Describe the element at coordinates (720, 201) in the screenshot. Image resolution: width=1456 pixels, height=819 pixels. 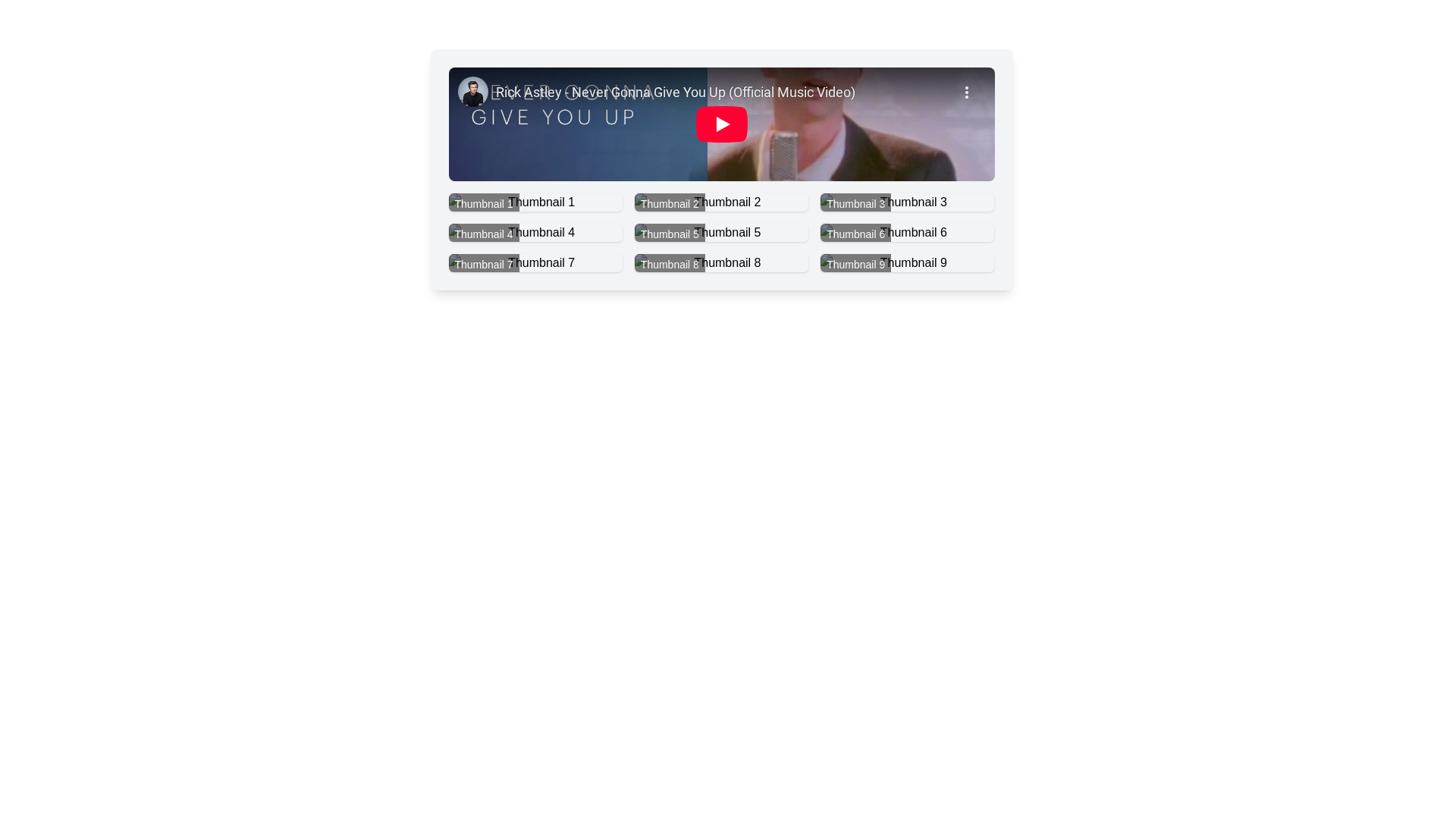
I see `the rectangular thumbnail with rounded corners displaying 'Thumbnail 2' in the top left corner of the semi-transparent black label` at that location.